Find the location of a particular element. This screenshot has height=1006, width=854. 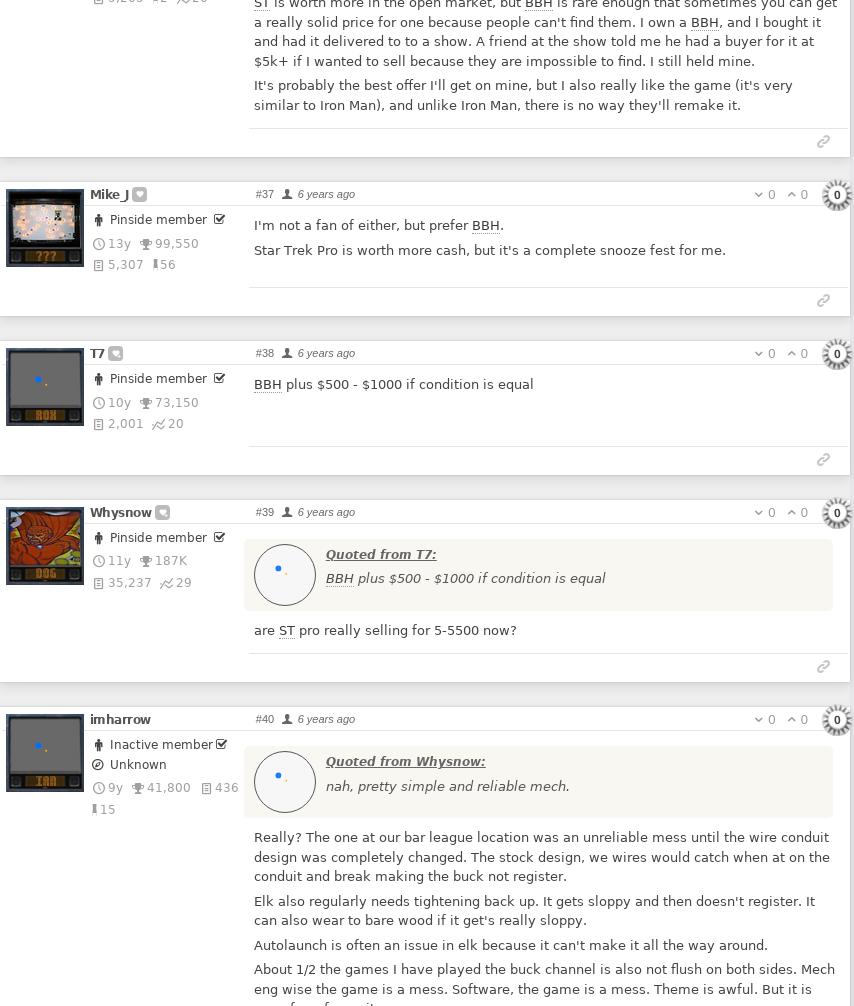

'56' is located at coordinates (160, 263).